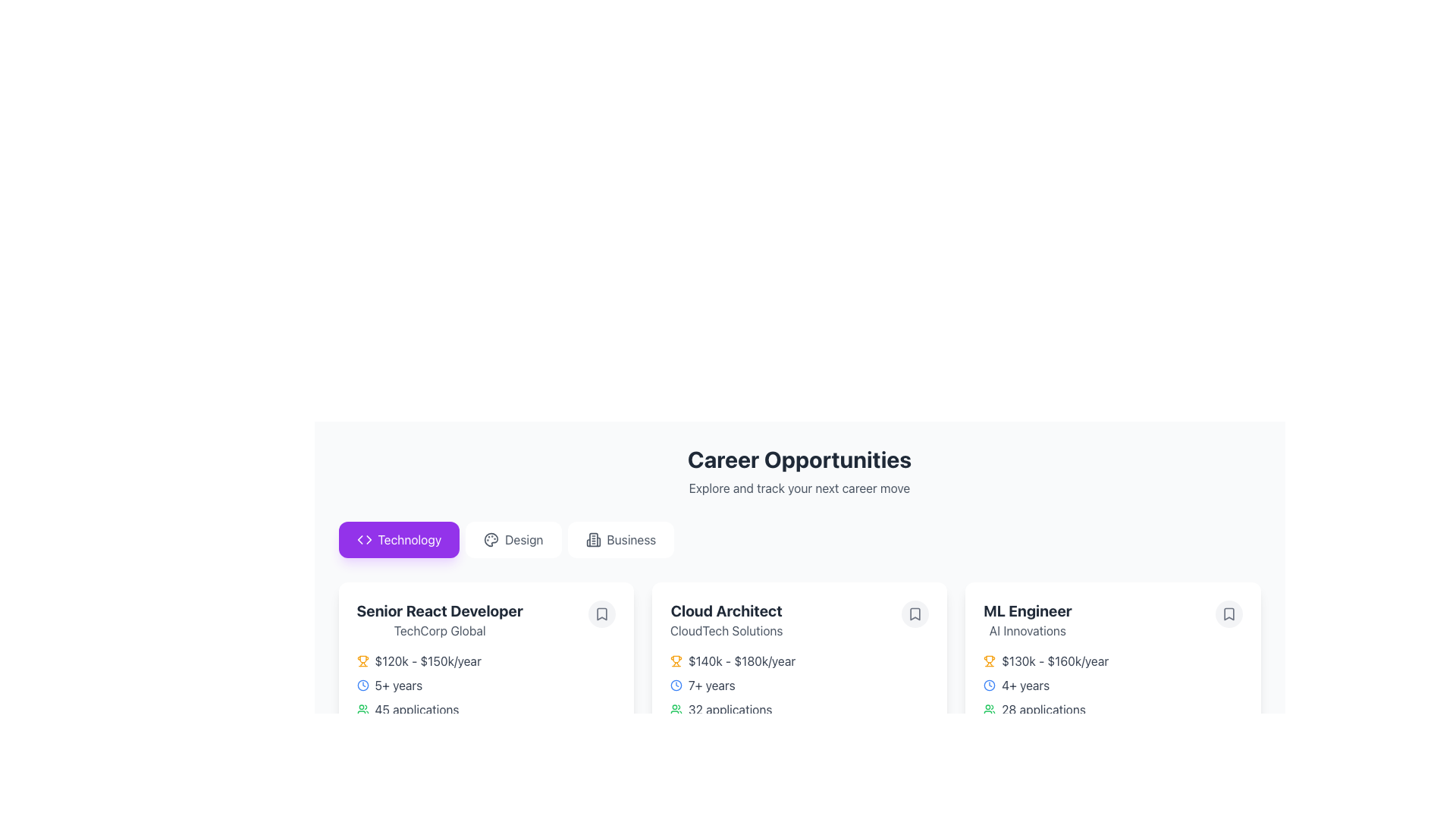  I want to click on the design of the coding or technology category icon located to the left of the 'Technology' text on the button, centered vertically within the button, so click(364, 539).